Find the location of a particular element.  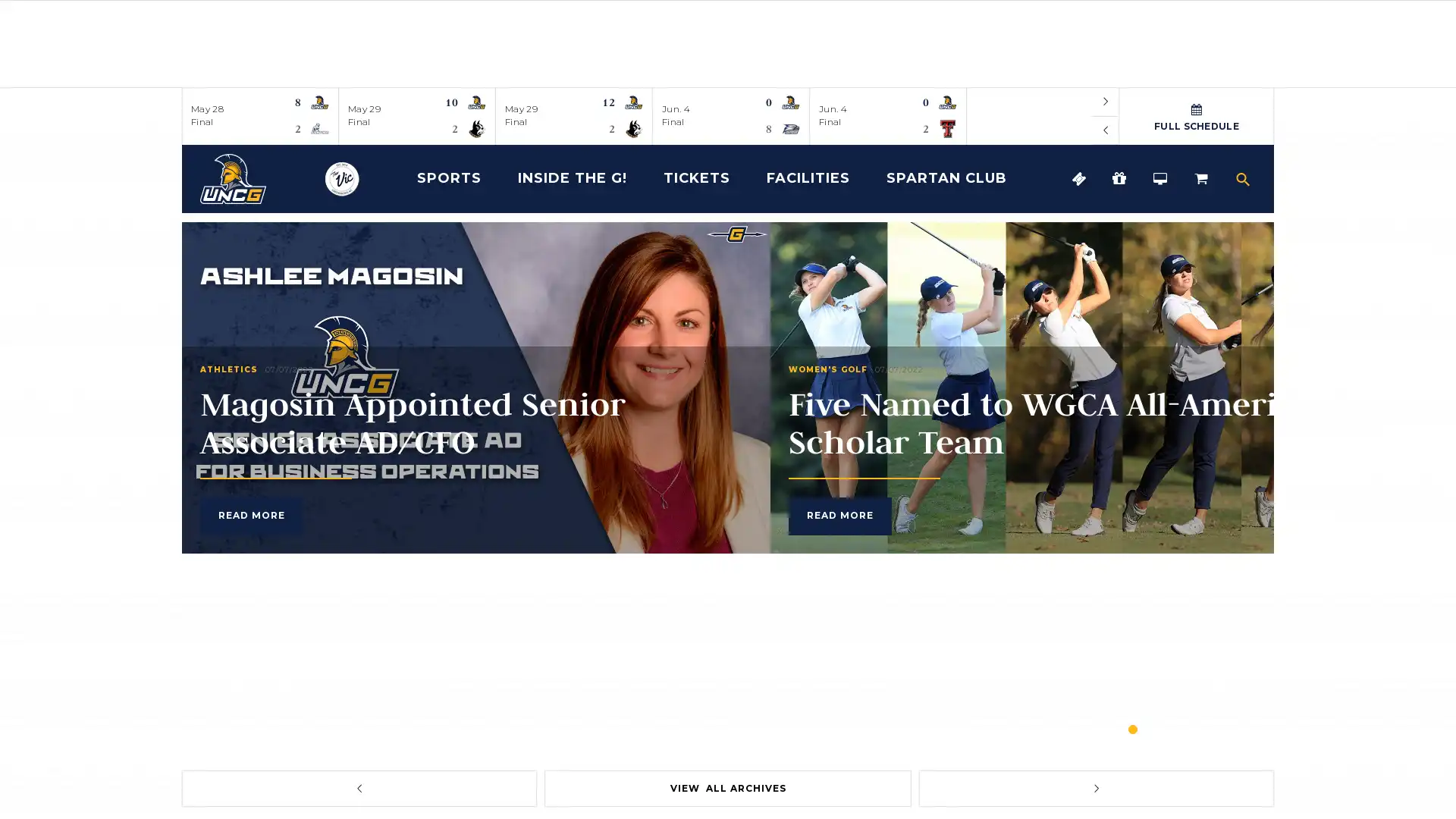

Navigate to slide 2 is located at coordinates (1159, 728).